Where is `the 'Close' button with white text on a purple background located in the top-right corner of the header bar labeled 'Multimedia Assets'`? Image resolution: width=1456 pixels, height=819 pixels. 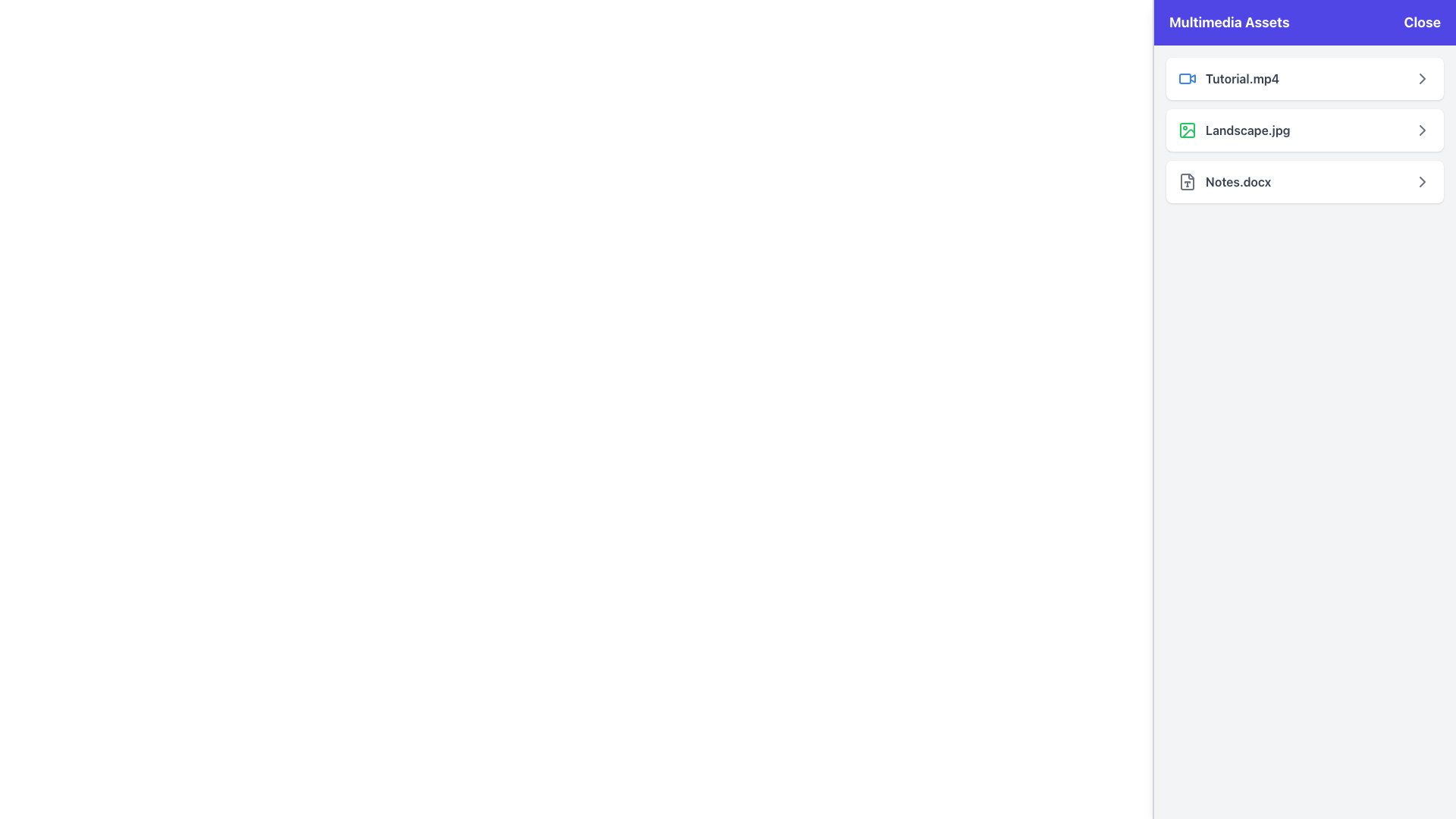
the 'Close' button with white text on a purple background located in the top-right corner of the header bar labeled 'Multimedia Assets' is located at coordinates (1421, 23).